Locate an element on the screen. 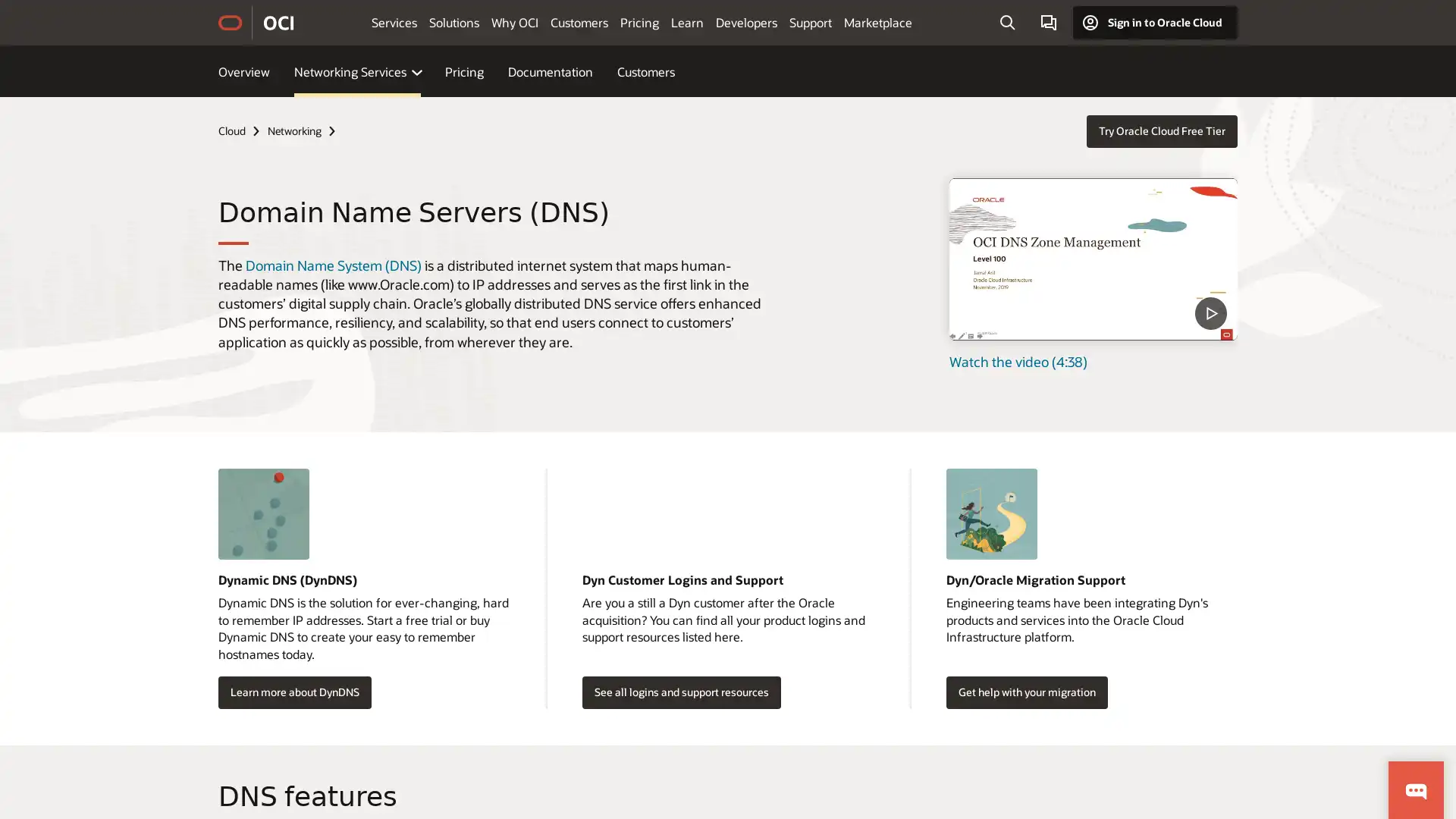 This screenshot has width=1456, height=819. Learn is located at coordinates (686, 22).